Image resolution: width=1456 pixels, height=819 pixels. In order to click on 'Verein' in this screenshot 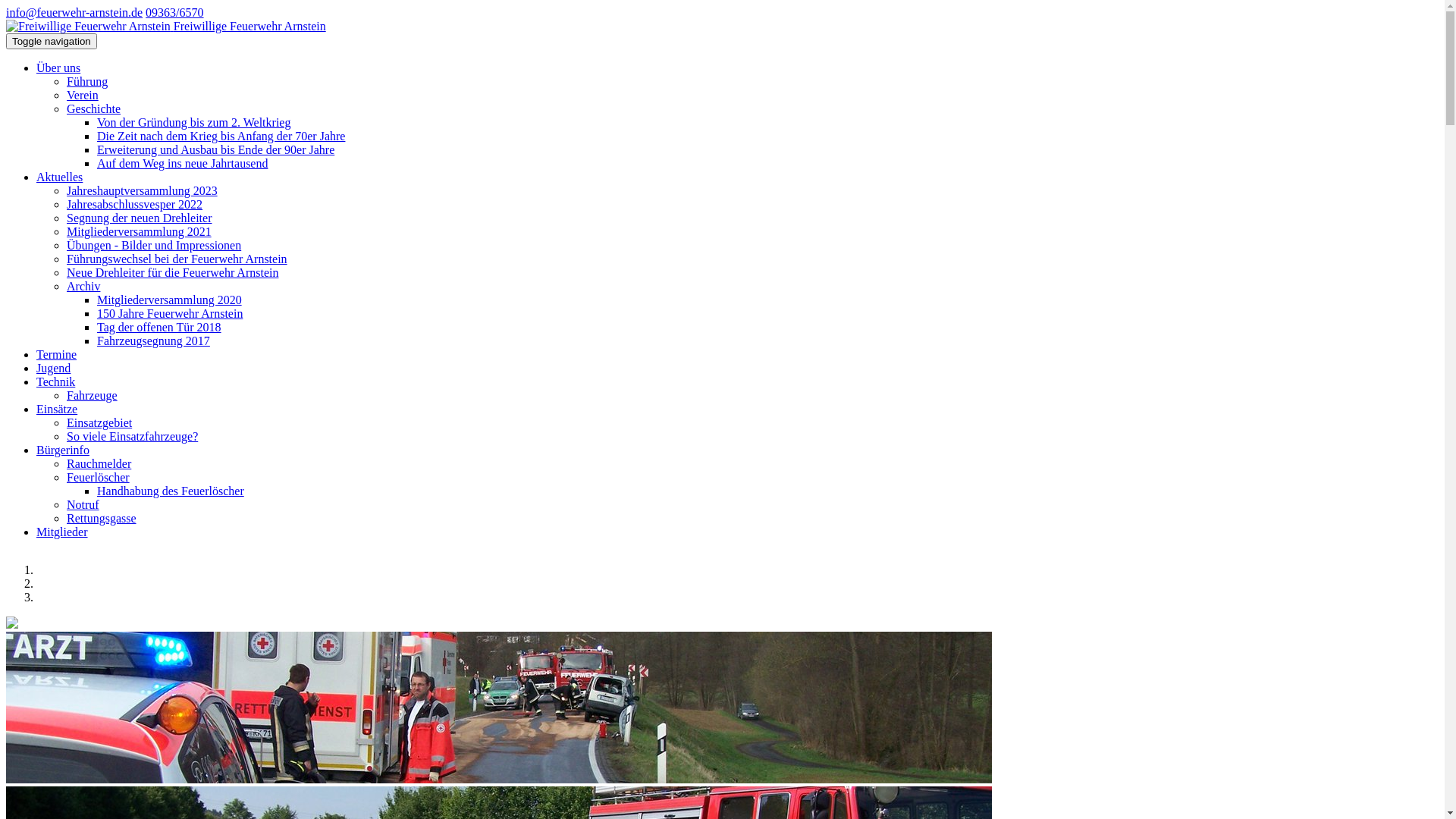, I will do `click(82, 95)`.